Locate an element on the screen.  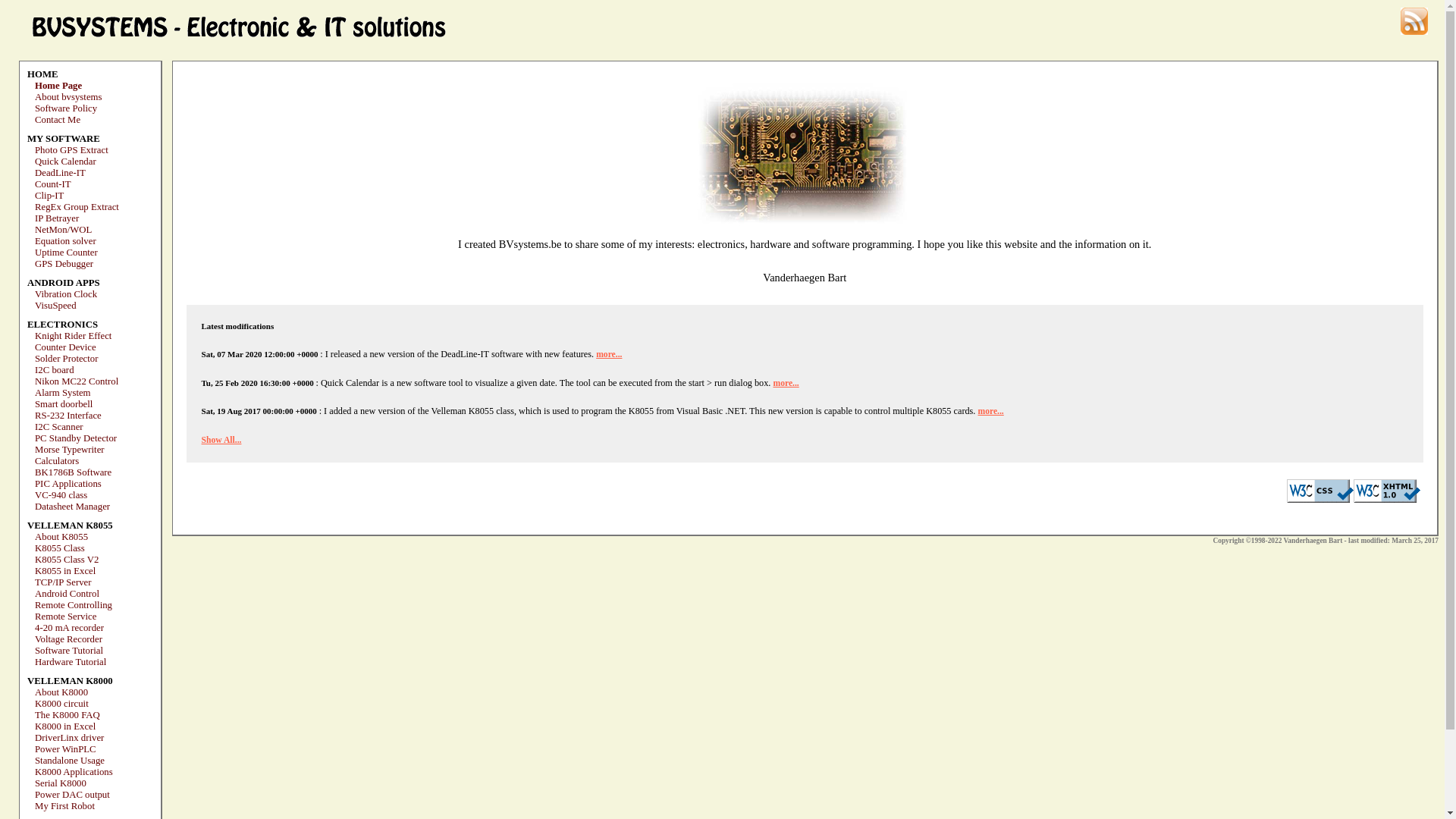
'VC-940 class' is located at coordinates (61, 494).